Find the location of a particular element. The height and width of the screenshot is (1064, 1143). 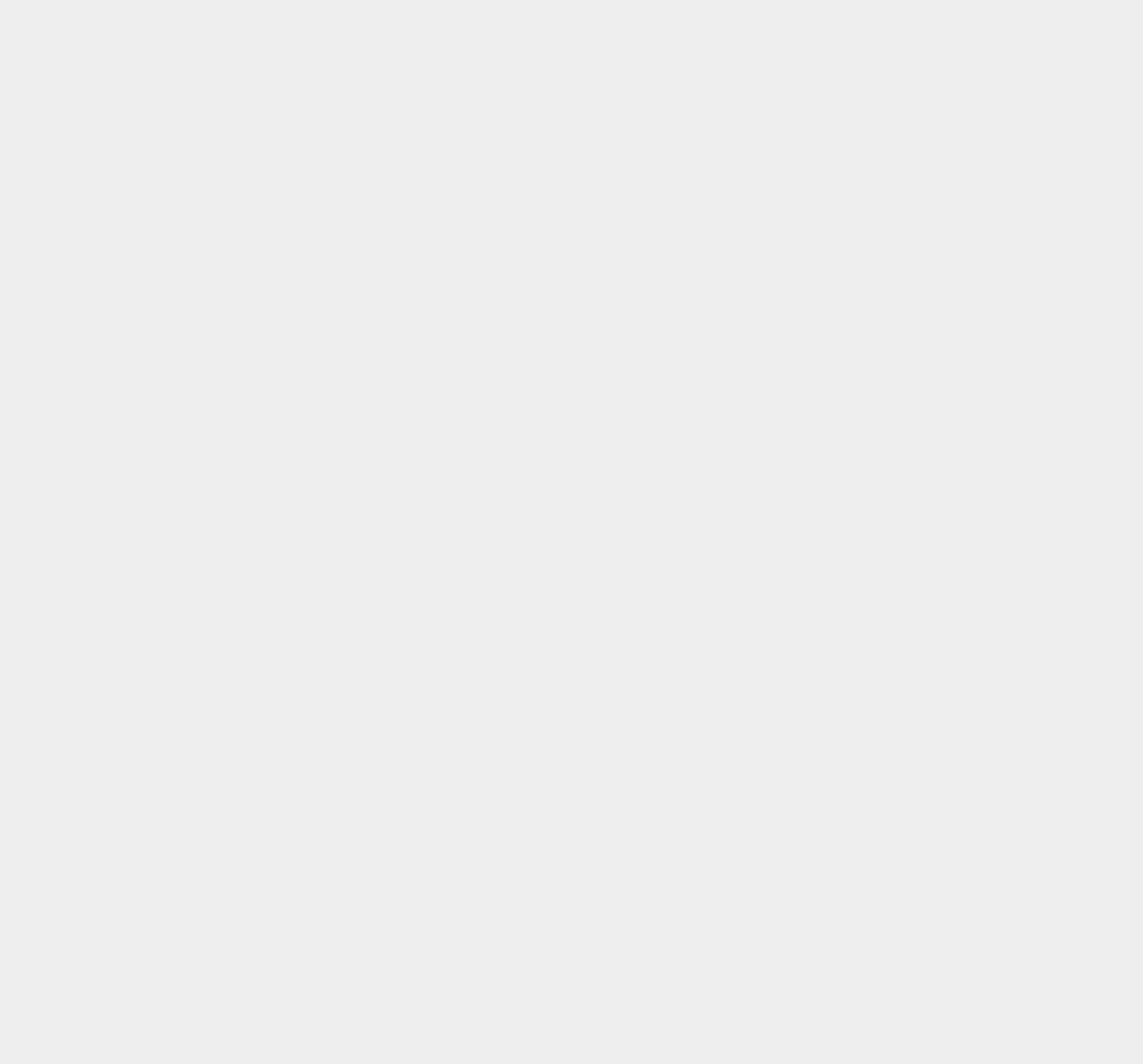

'Windows Phone 8' is located at coordinates (863, 939).